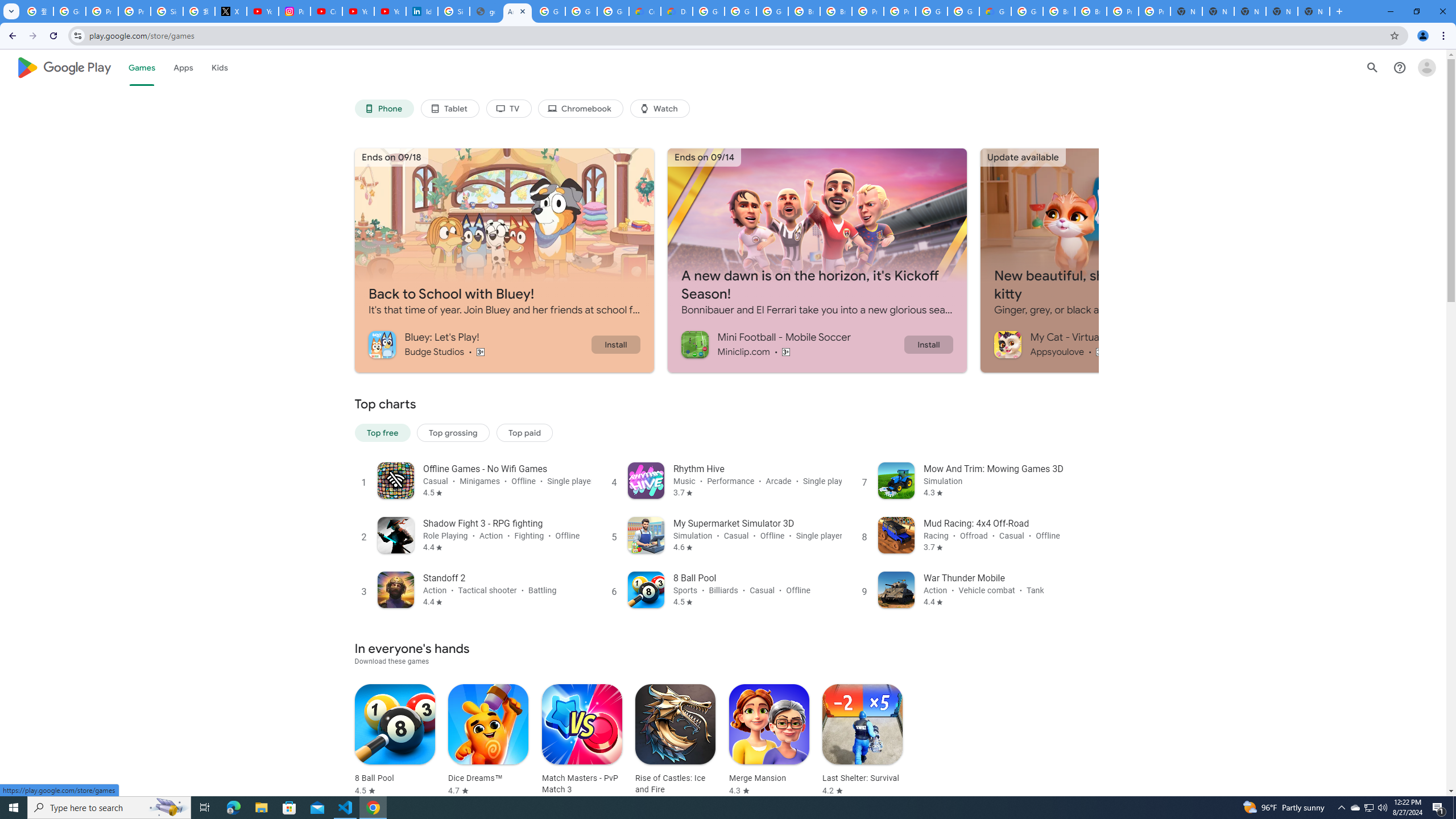 The image size is (1456, 819). What do you see at coordinates (452, 433) in the screenshot?
I see `'Top grossing'` at bounding box center [452, 433].